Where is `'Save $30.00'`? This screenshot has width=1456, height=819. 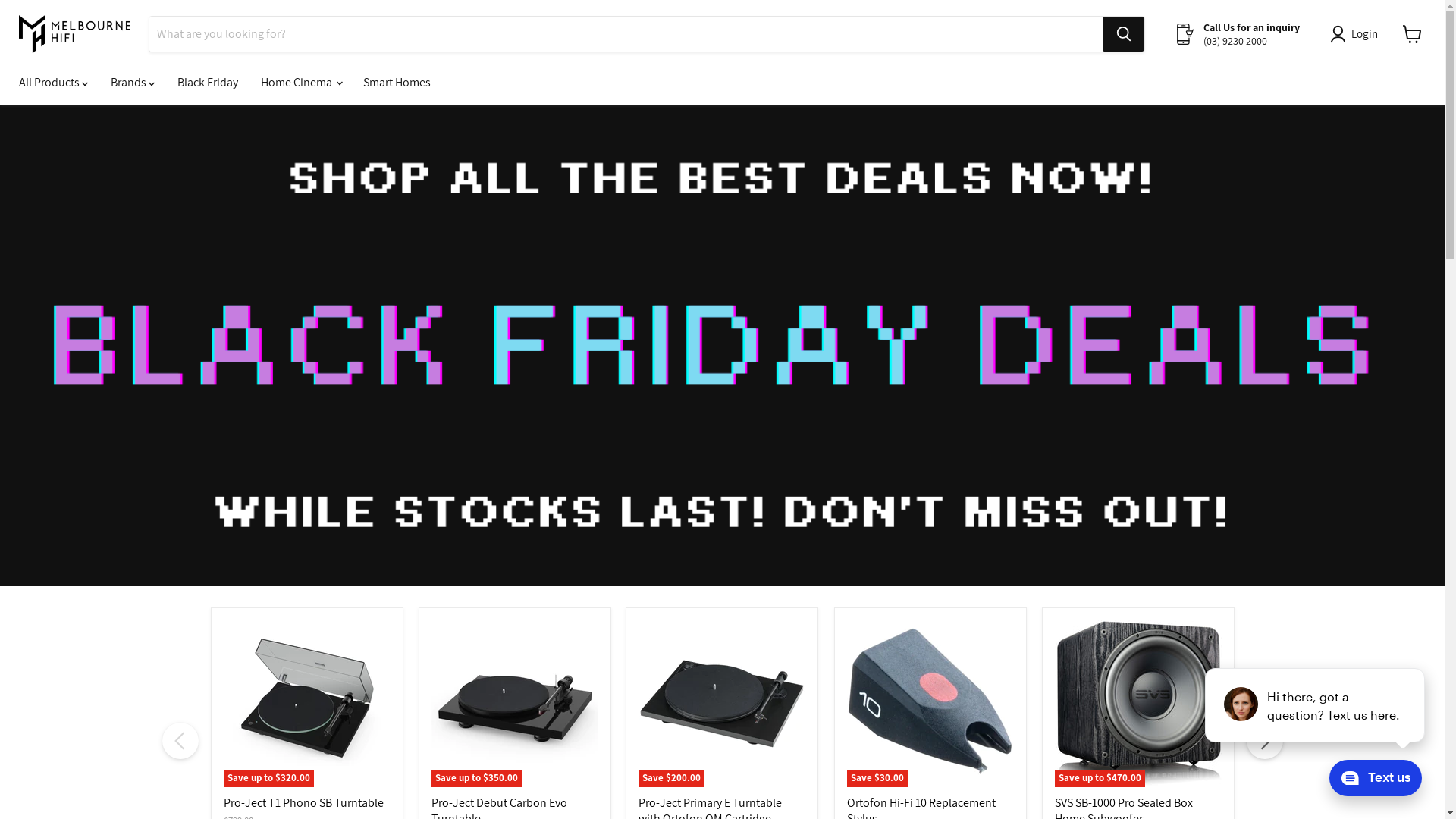
'Save $30.00' is located at coordinates (928, 704).